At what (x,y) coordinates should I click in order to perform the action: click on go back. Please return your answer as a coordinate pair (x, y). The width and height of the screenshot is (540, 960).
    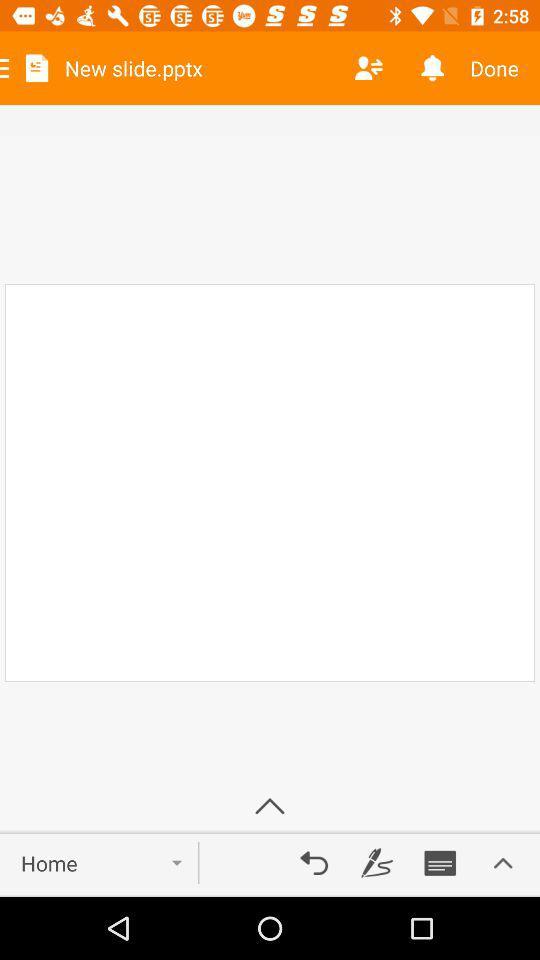
    Looking at the image, I should click on (314, 862).